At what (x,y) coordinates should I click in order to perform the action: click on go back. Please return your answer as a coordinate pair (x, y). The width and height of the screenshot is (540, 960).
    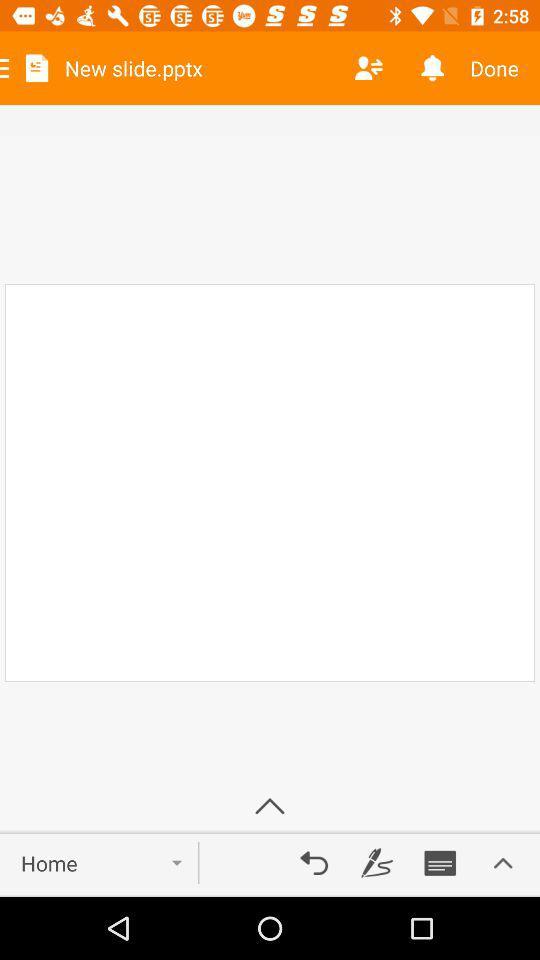
    Looking at the image, I should click on (314, 862).